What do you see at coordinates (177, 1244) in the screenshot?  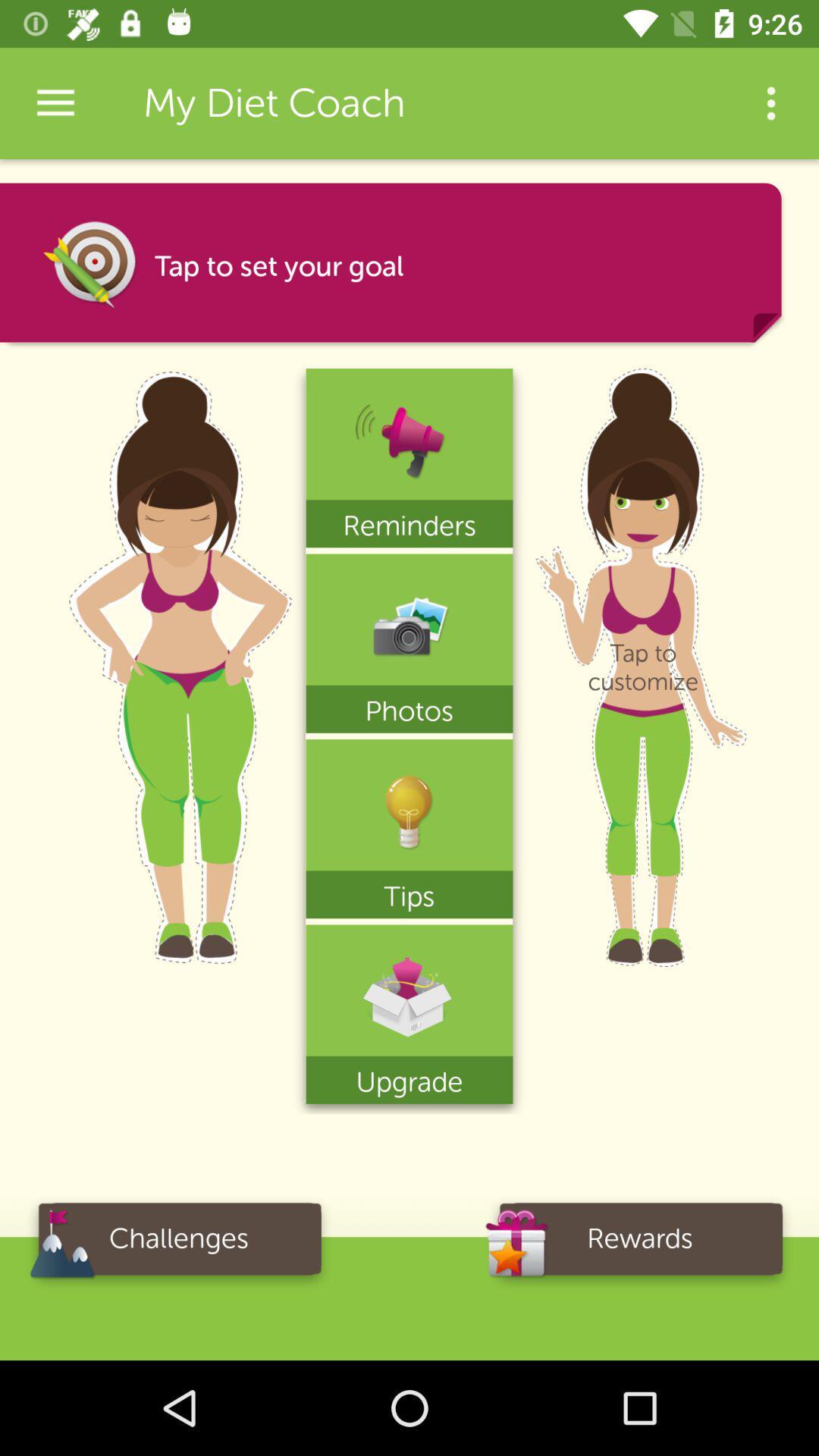 I see `challenges item` at bounding box center [177, 1244].